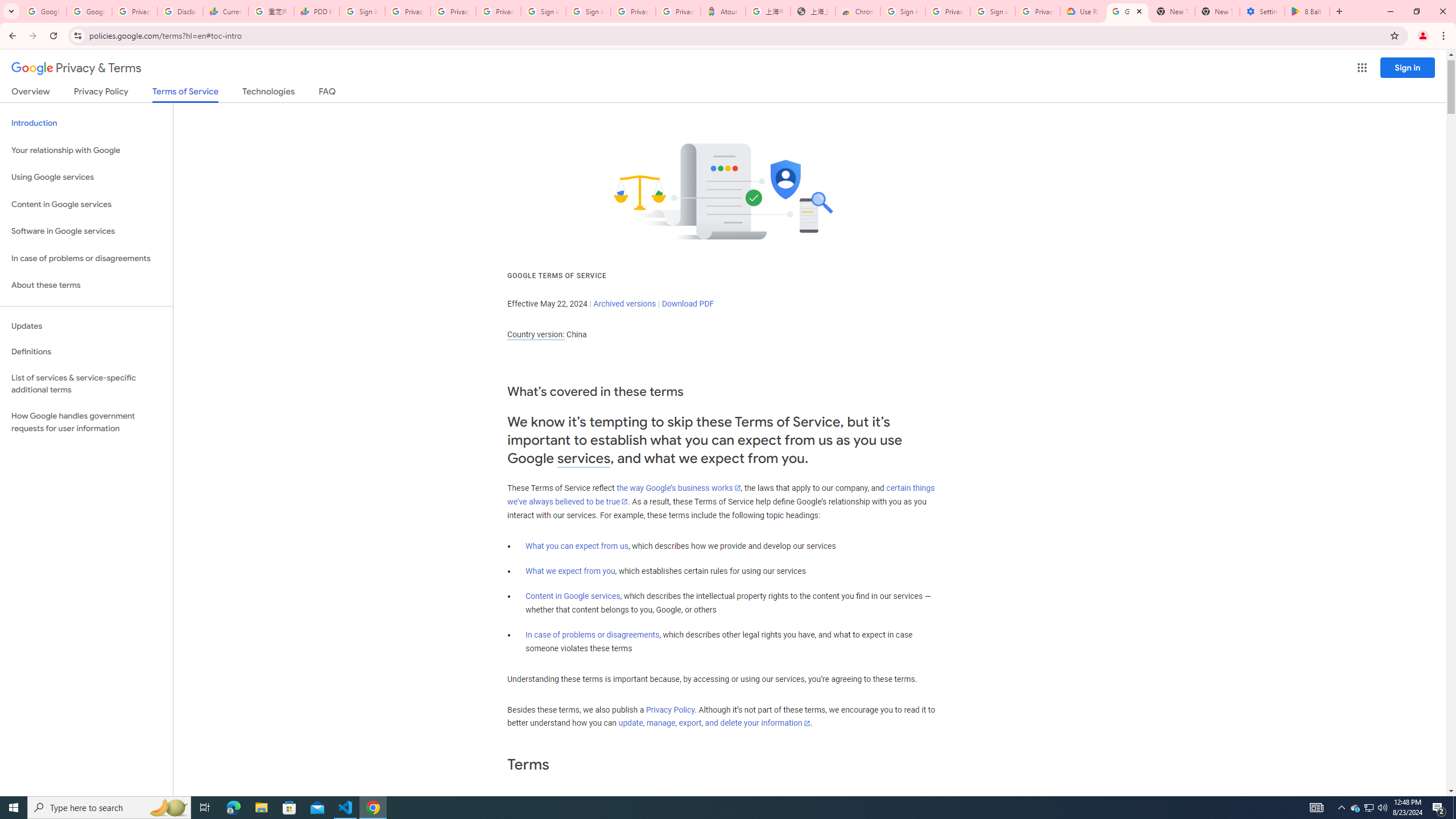 Image resolution: width=1456 pixels, height=819 pixels. What do you see at coordinates (1217, 11) in the screenshot?
I see `'New Tab'` at bounding box center [1217, 11].